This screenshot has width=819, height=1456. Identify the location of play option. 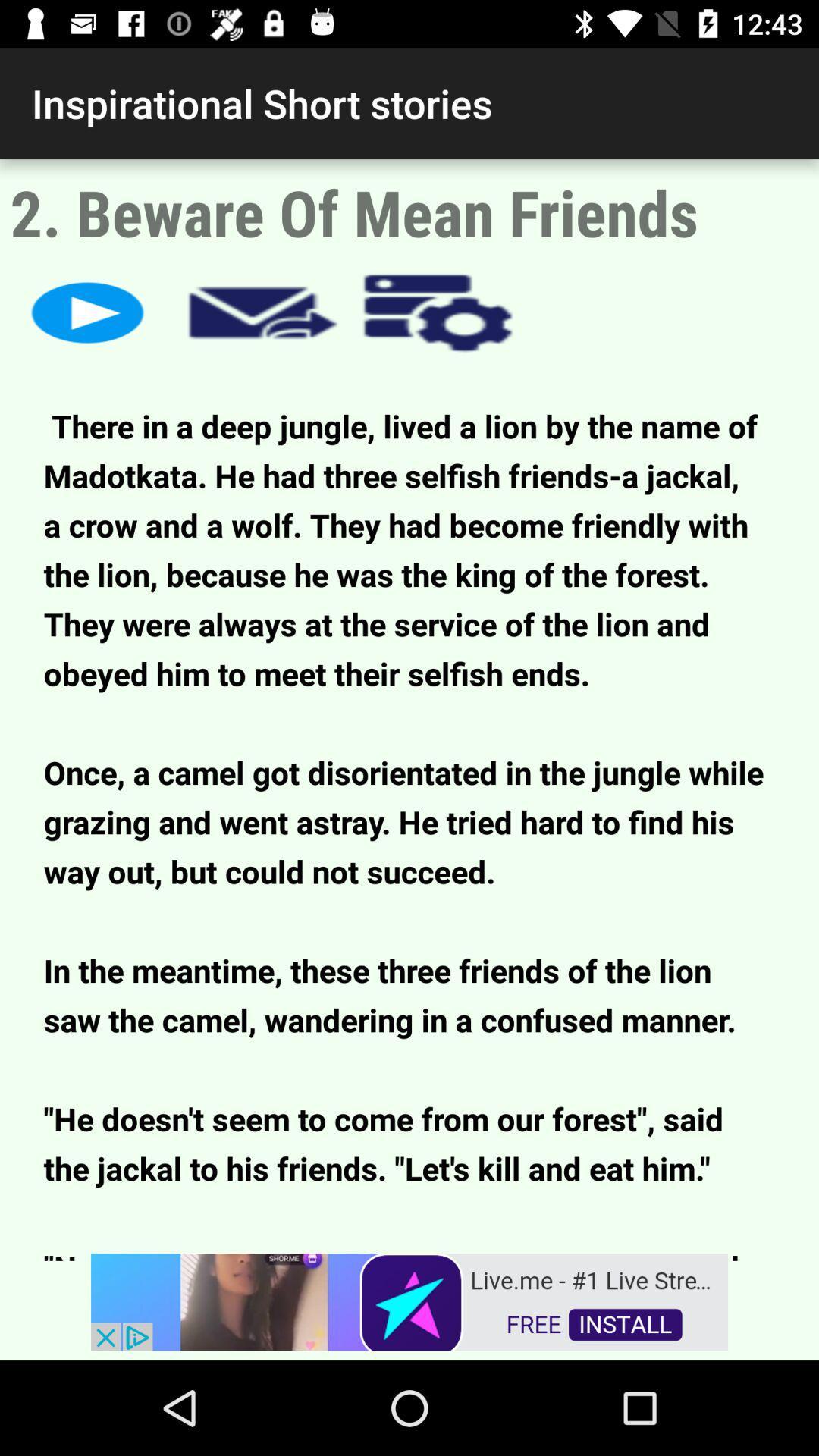
(87, 312).